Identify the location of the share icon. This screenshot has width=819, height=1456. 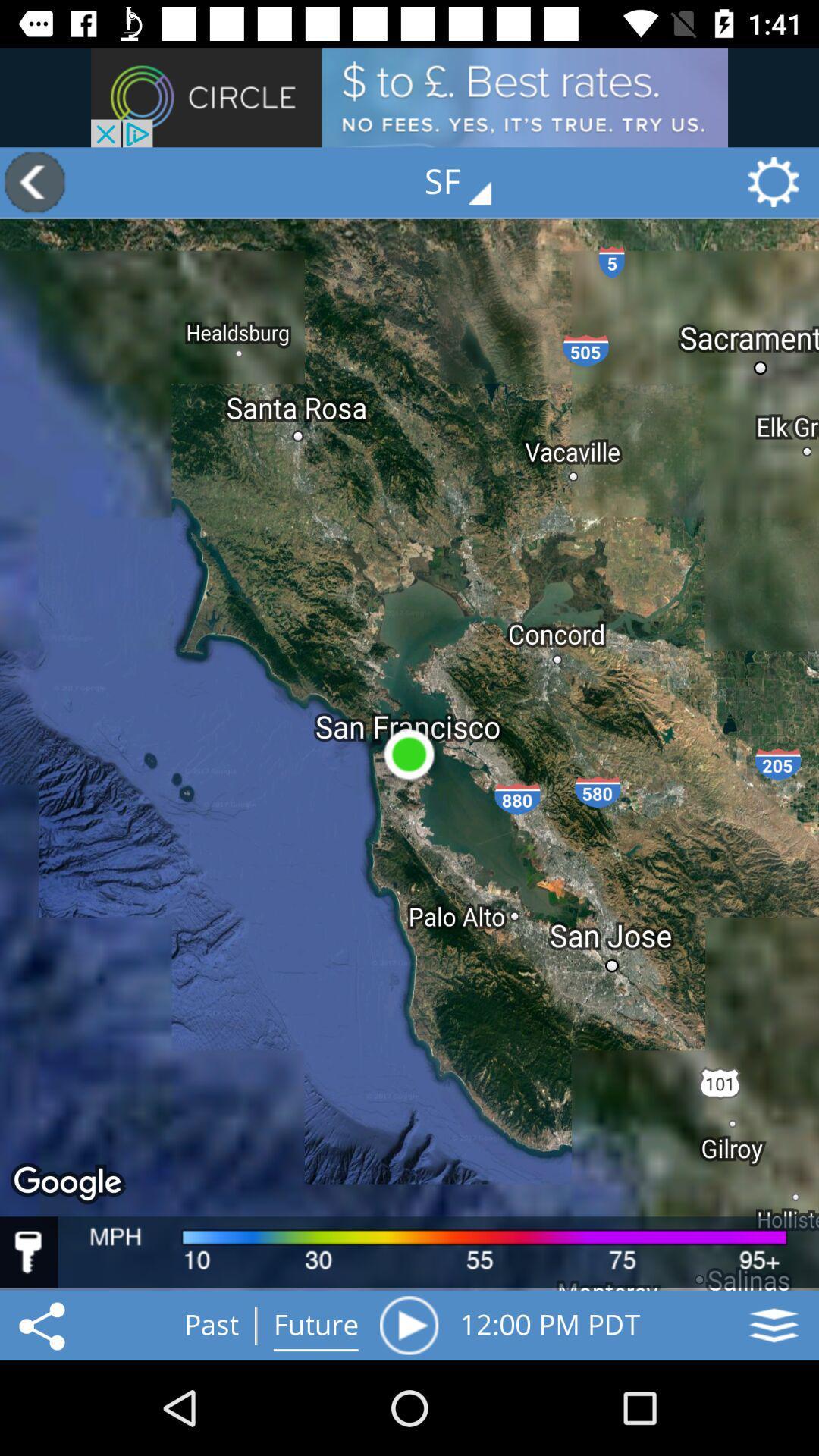
(44, 1324).